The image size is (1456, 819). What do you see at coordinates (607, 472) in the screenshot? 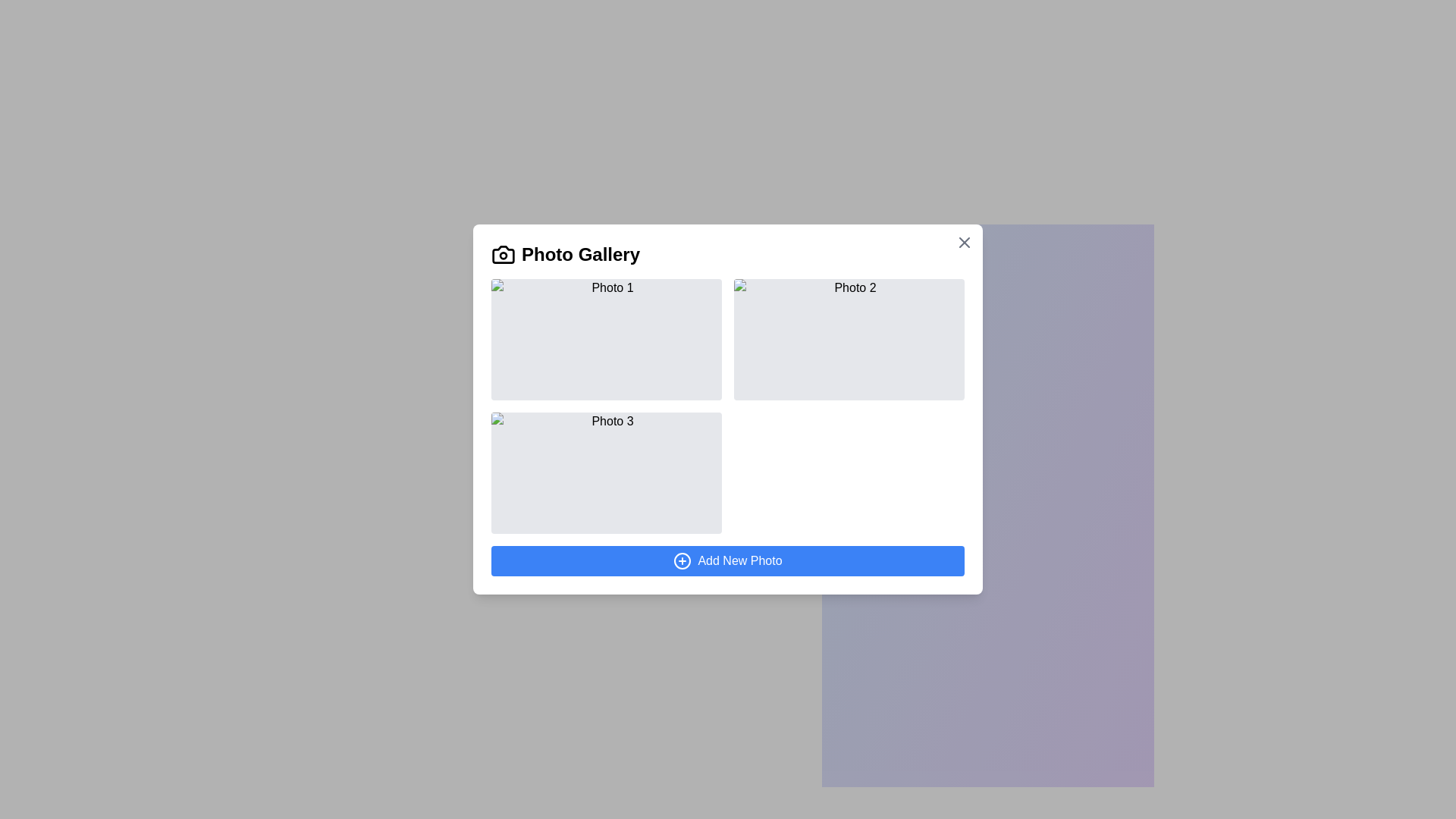
I see `the image tile labeled 'Photo 3' located in the bottom left cell of the photo gallery grid` at bounding box center [607, 472].